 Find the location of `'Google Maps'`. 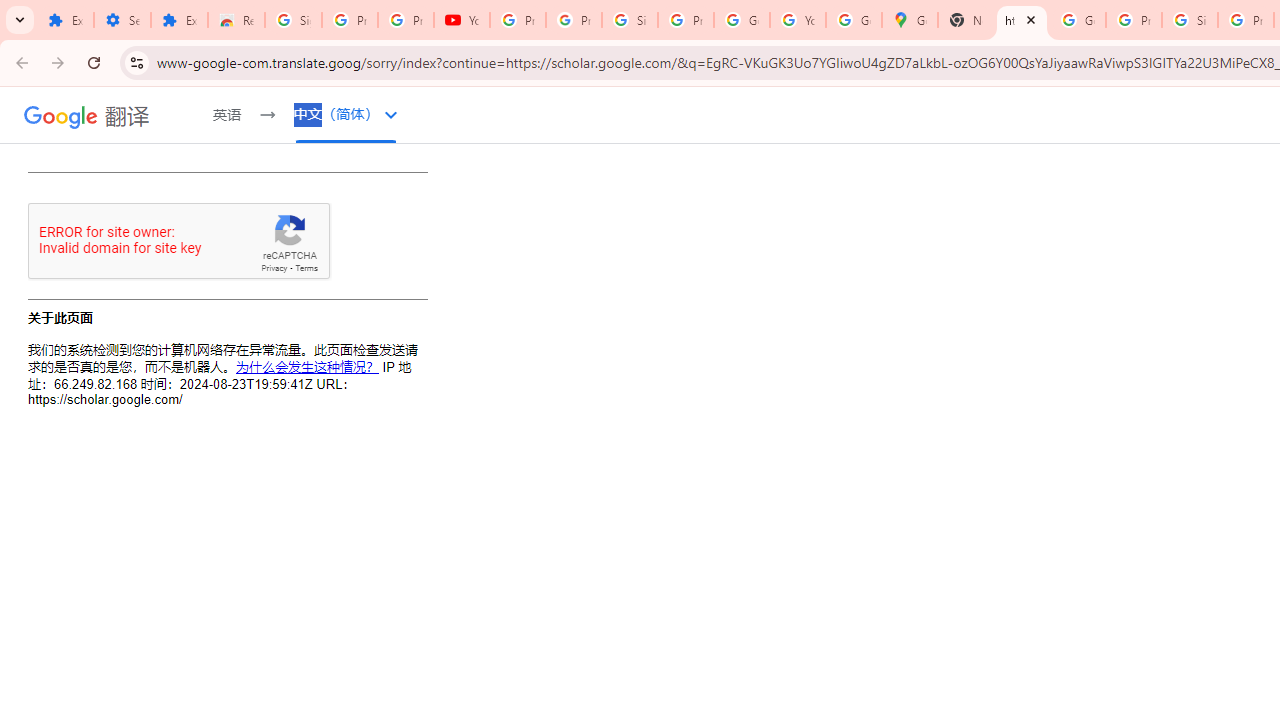

'Google Maps' is located at coordinates (909, 20).